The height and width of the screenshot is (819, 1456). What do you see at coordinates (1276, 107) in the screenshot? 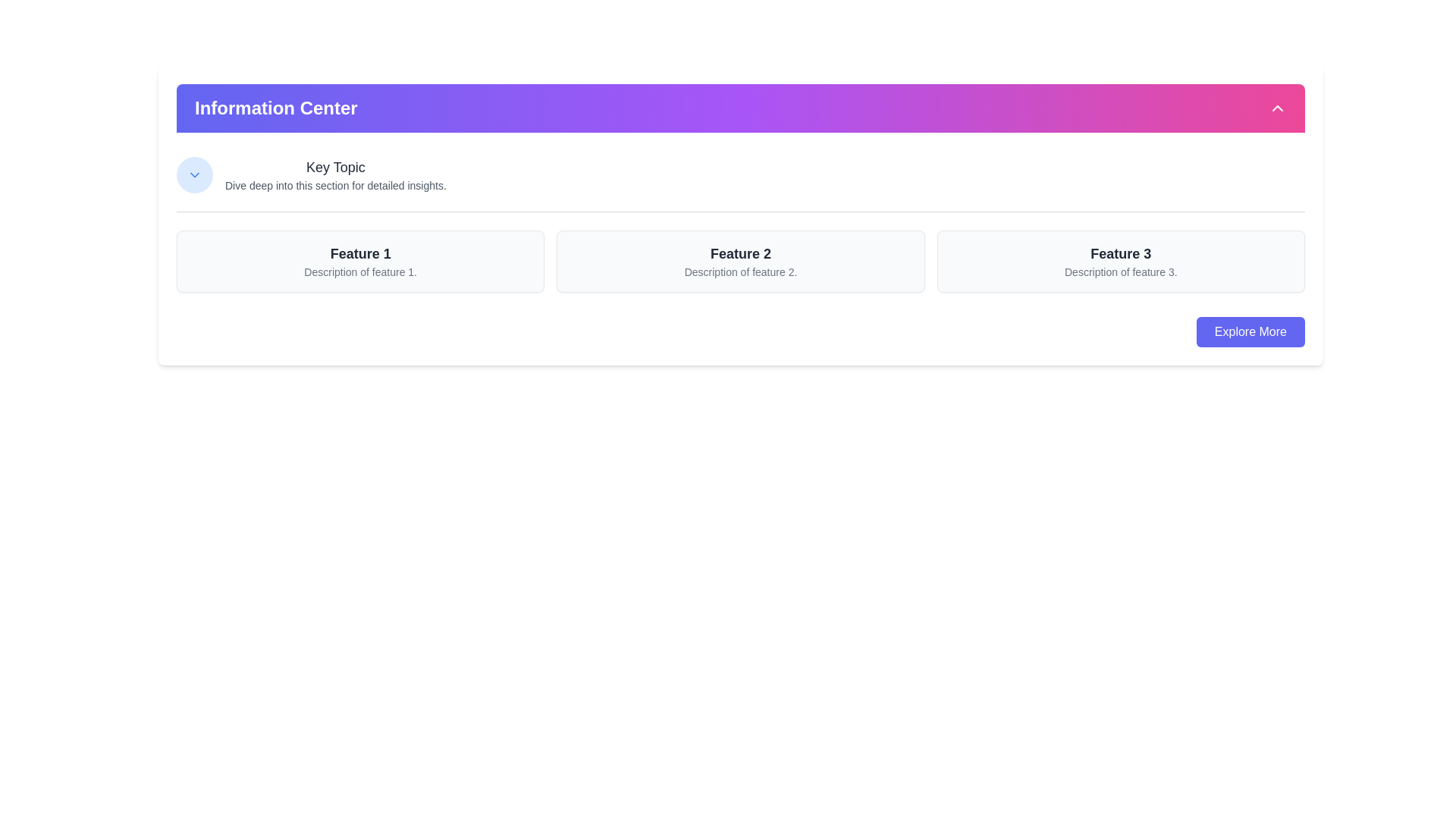
I see `the chevron-up icon button located at the extreme right side of the 'Information Center' gradient header` at bounding box center [1276, 107].